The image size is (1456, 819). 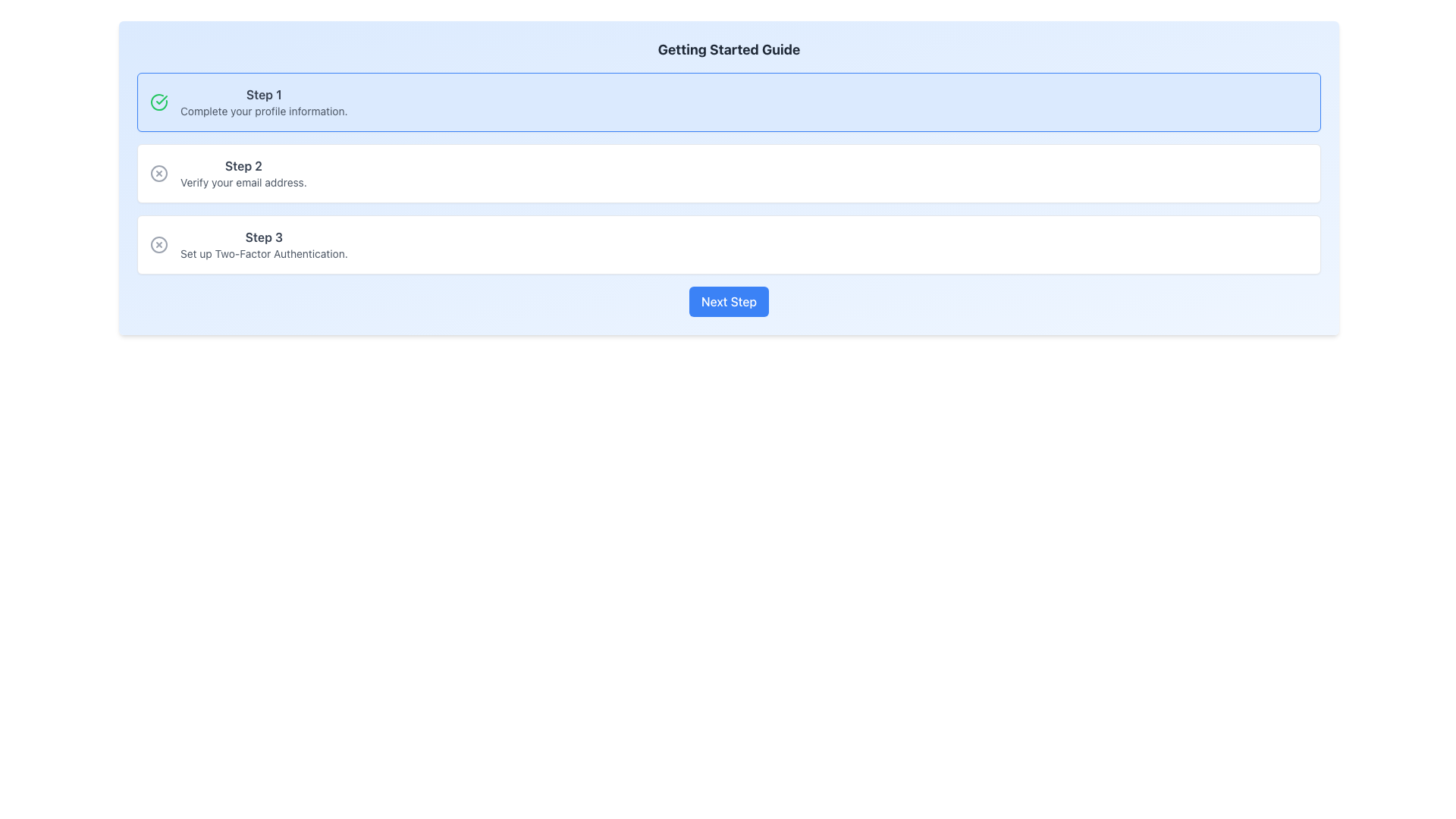 What do you see at coordinates (243, 172) in the screenshot?
I see `the instructional header and subheading for Step 2 in the verification process, located in the center-left of the second step panel` at bounding box center [243, 172].